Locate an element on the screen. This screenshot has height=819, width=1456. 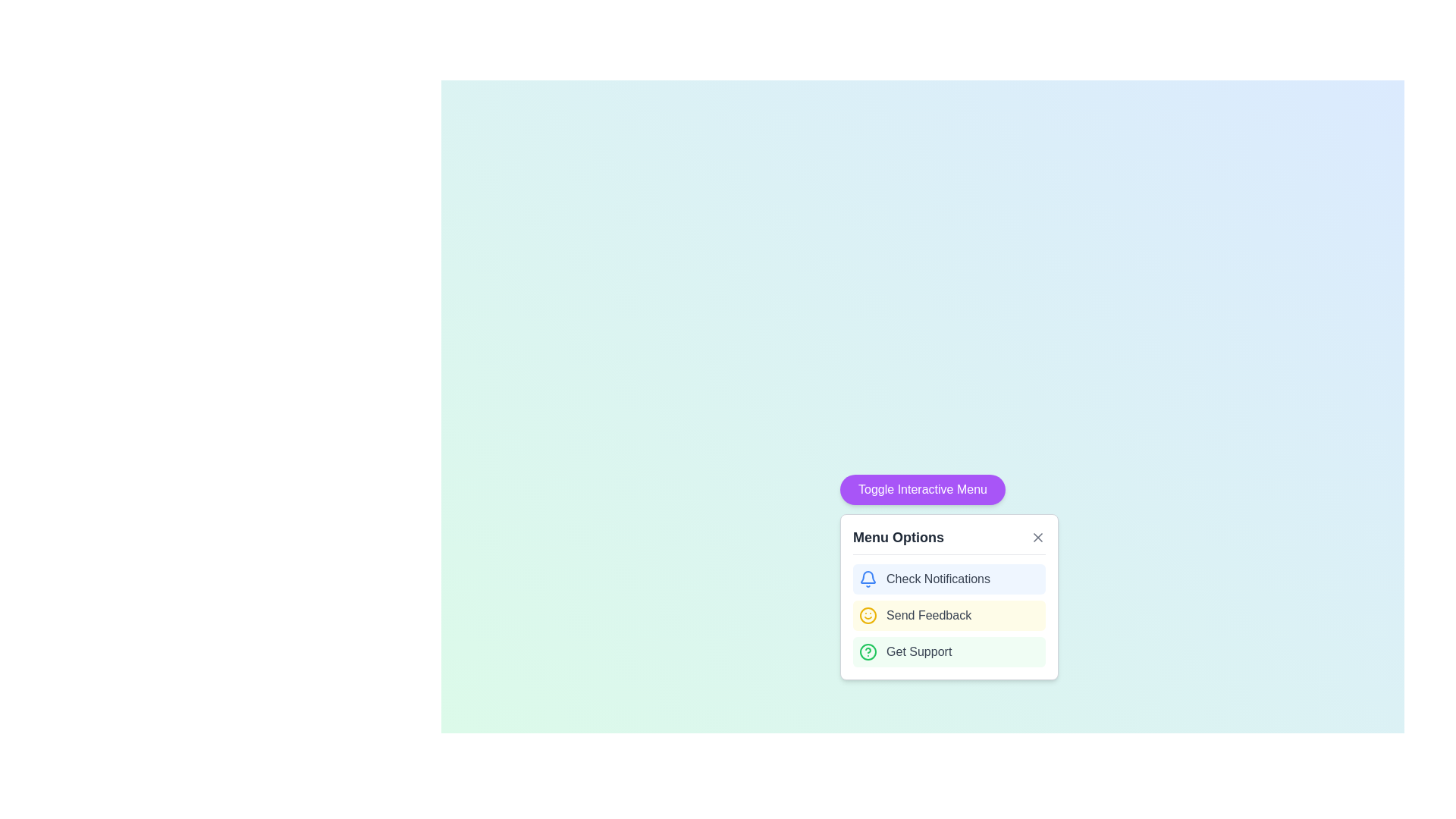
the 'Send Feedback' button, which features a yellow face emoticon icon and gray text, located in the middle of the dropdown panel is located at coordinates (949, 616).